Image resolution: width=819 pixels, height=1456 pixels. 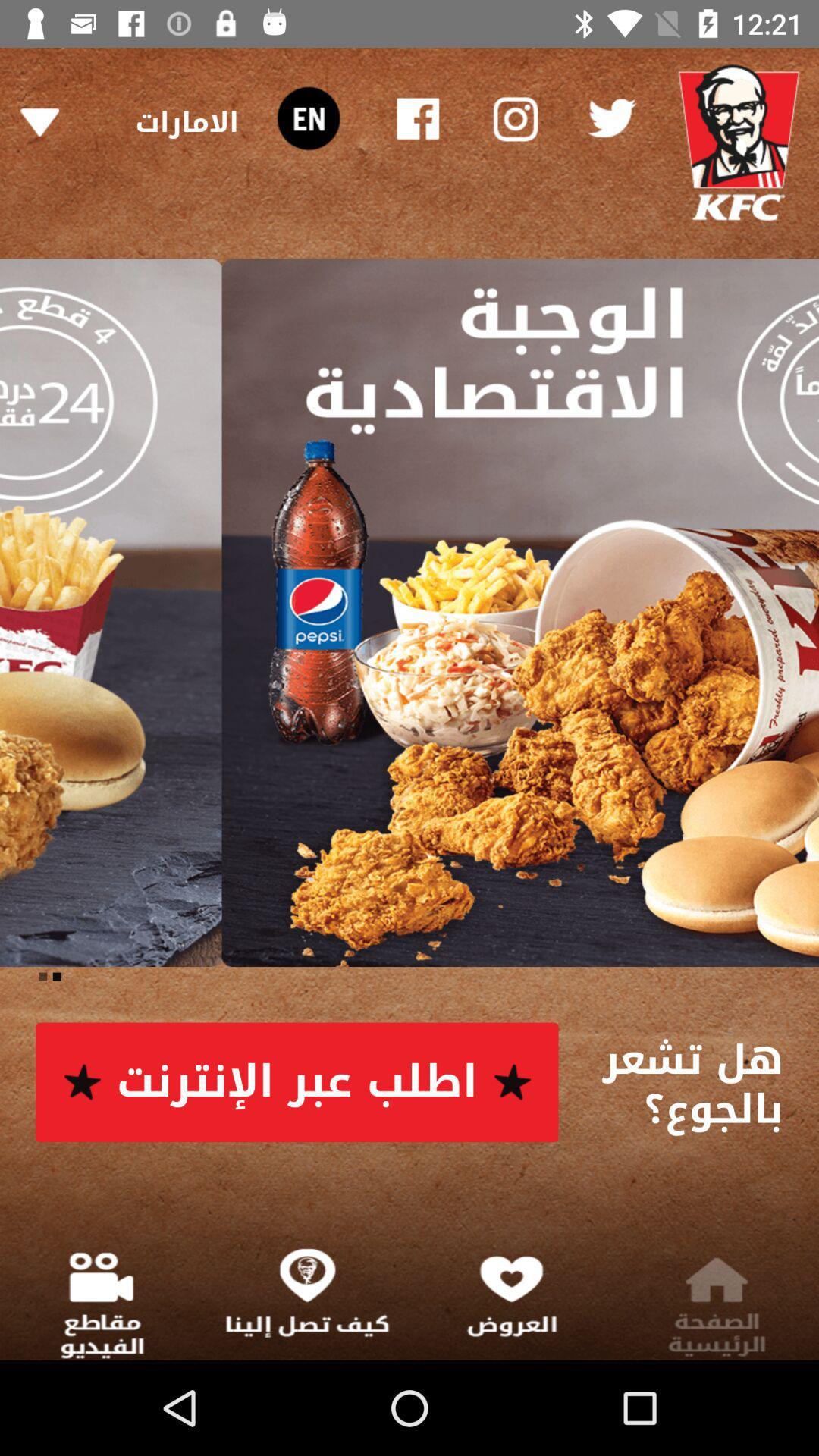 I want to click on the videocam icon, so click(x=307, y=118).